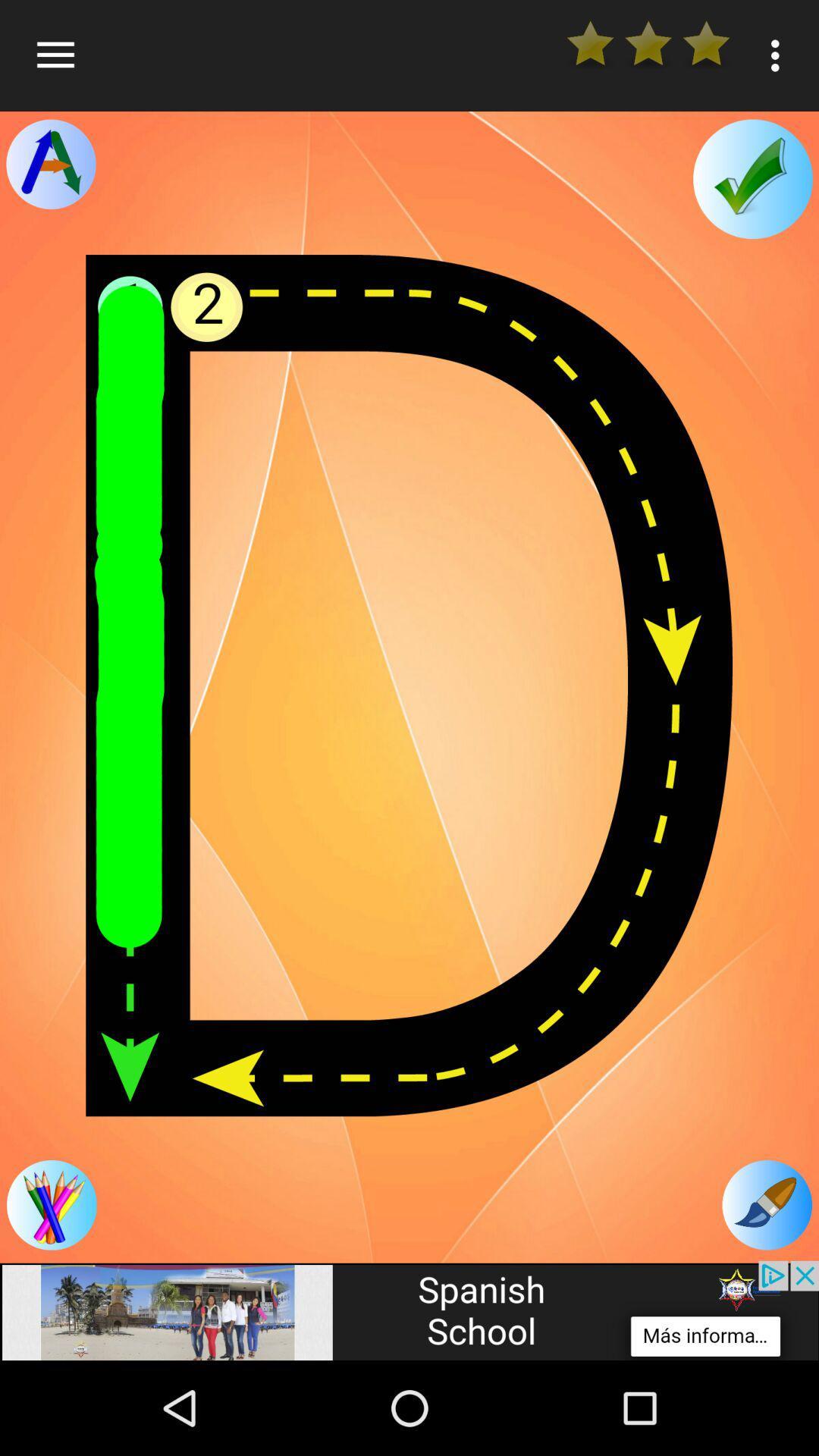 This screenshot has width=819, height=1456. Describe the element at coordinates (50, 164) in the screenshot. I see `direction` at that location.